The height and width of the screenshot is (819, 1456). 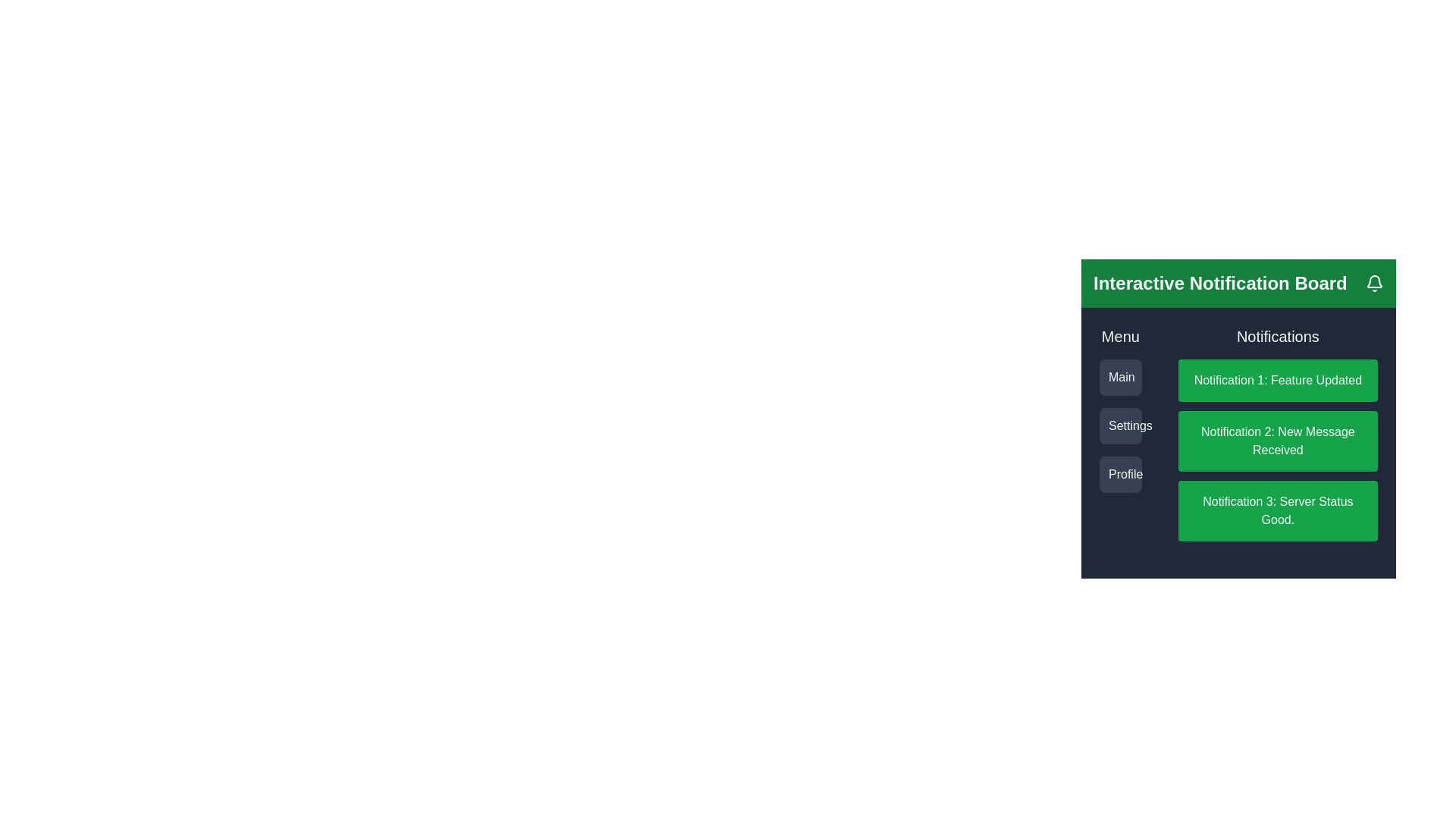 What do you see at coordinates (1120, 426) in the screenshot?
I see `the second button in the vertical stack under the 'Menu' section to trigger the hover effect` at bounding box center [1120, 426].